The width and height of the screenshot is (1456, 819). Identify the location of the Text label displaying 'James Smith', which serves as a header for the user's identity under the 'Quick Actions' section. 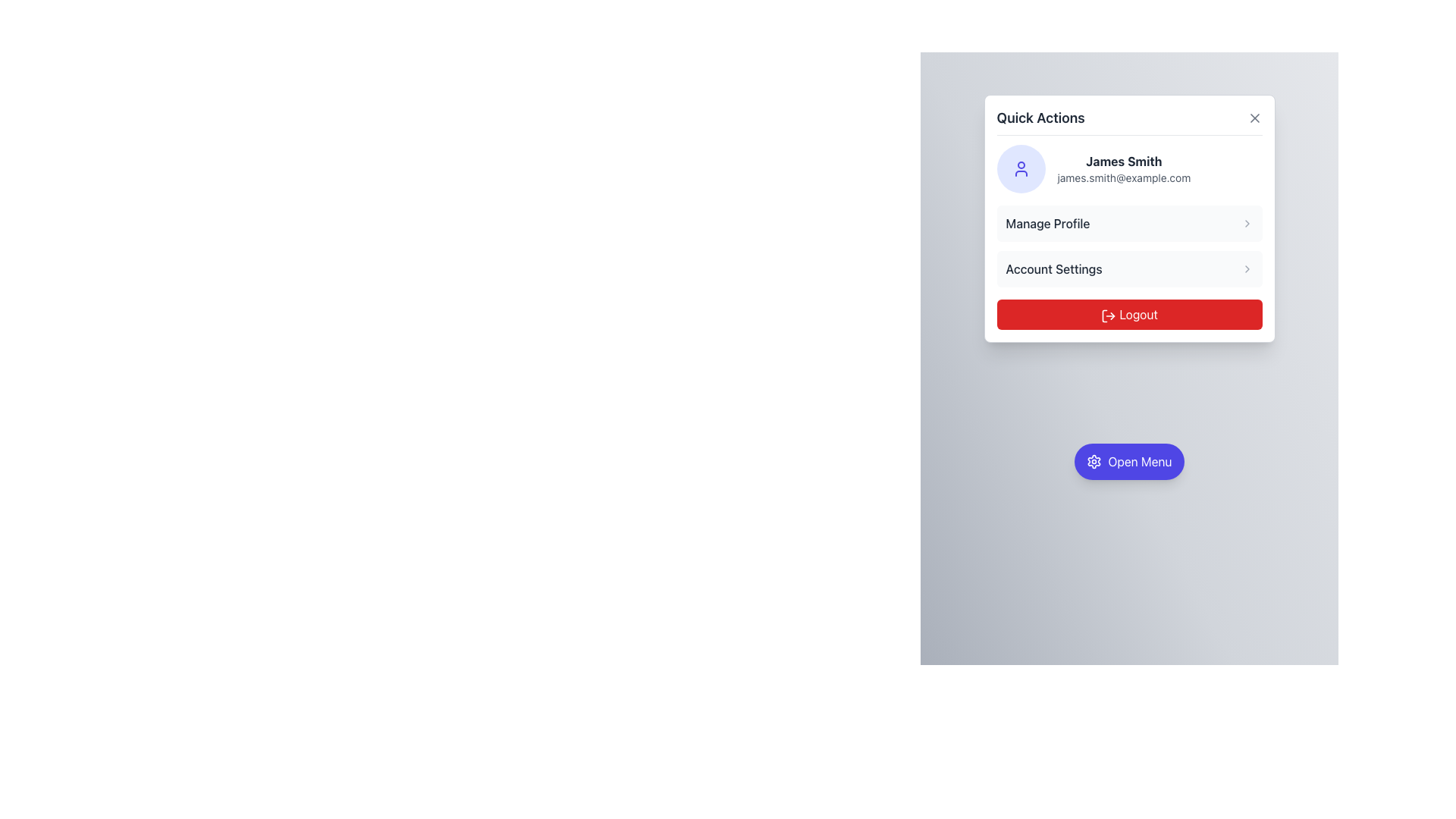
(1124, 161).